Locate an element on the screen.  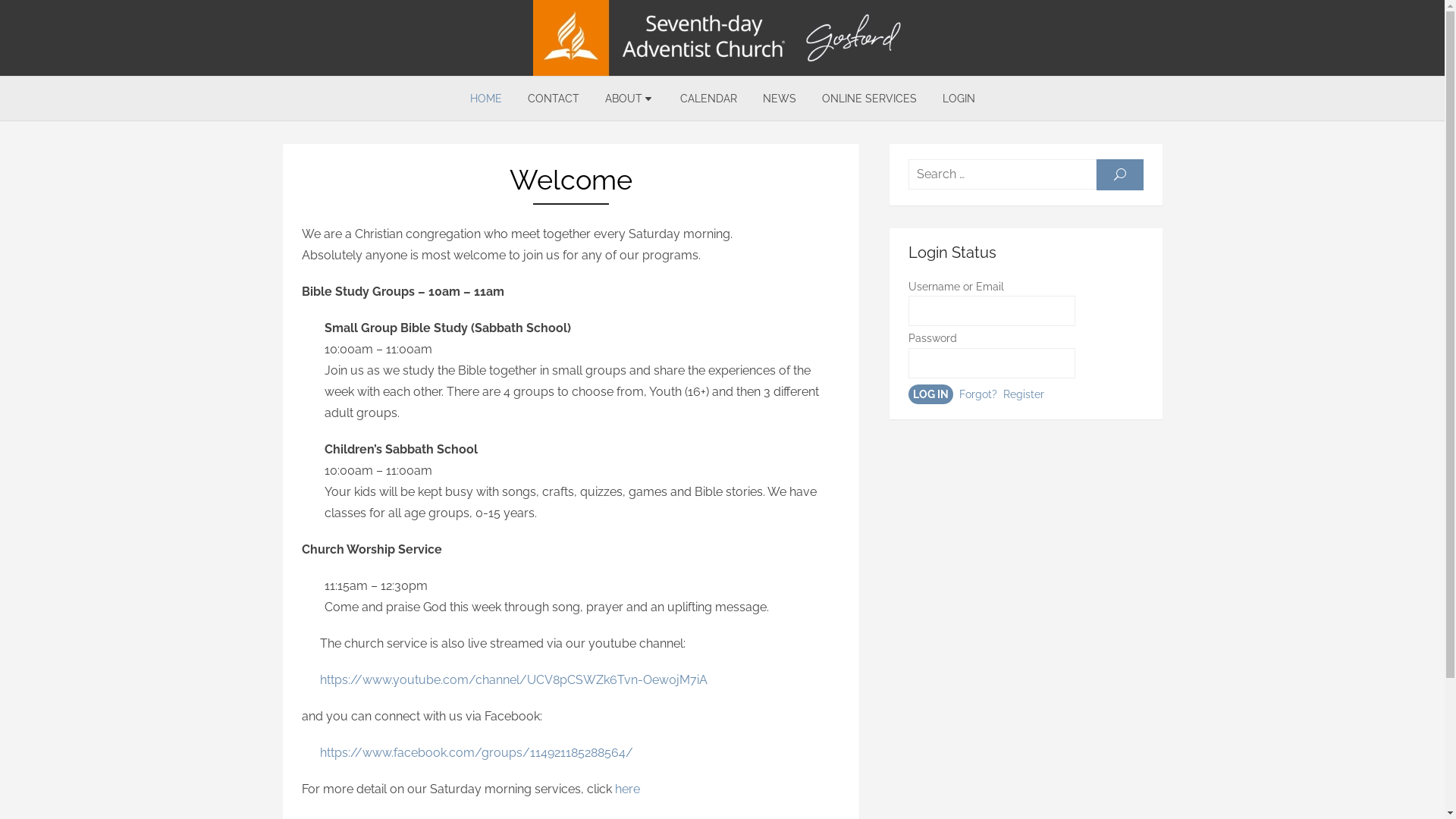
'HOME' is located at coordinates (484, 99).